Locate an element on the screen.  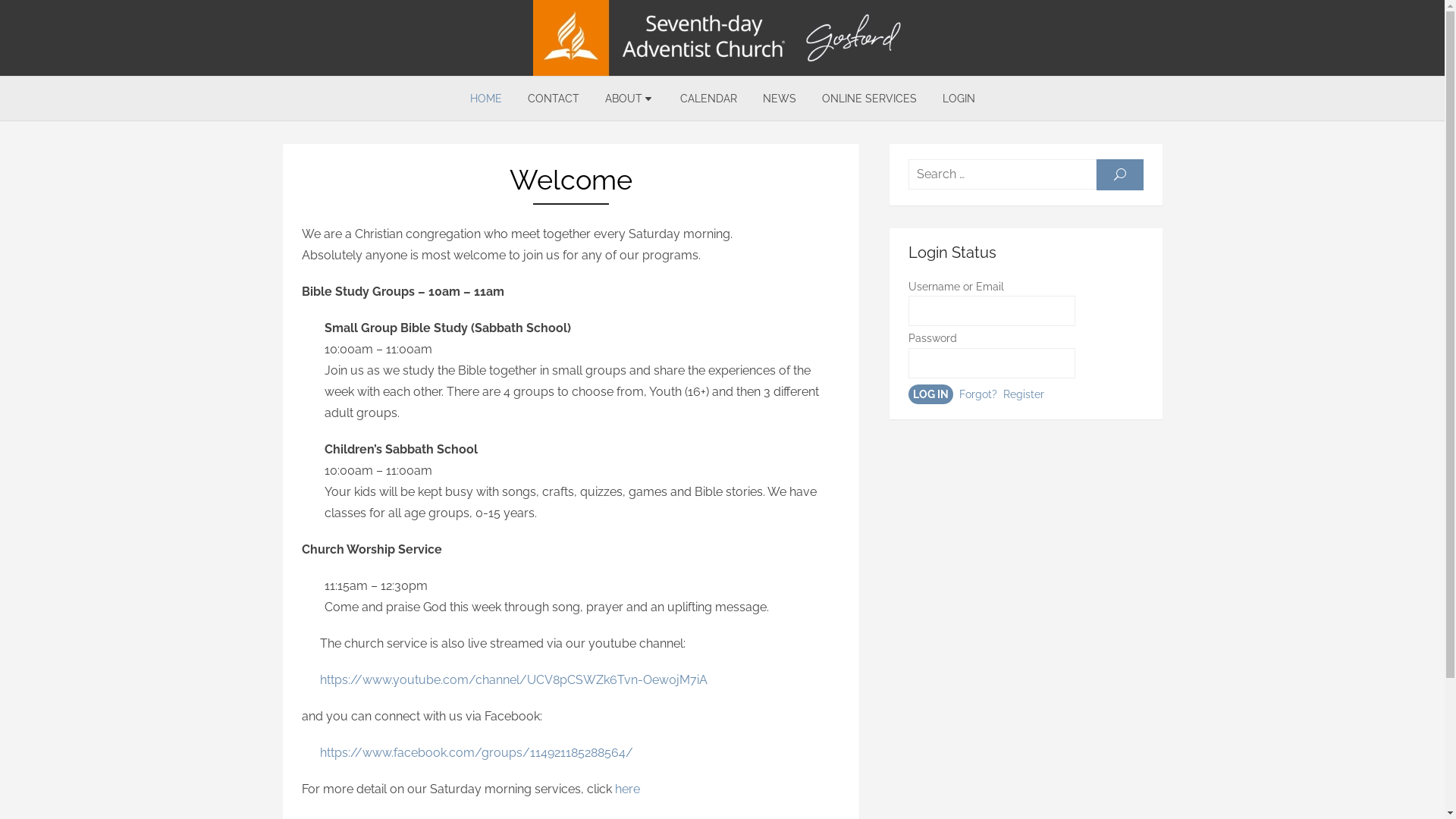
'HOME' is located at coordinates (484, 99).